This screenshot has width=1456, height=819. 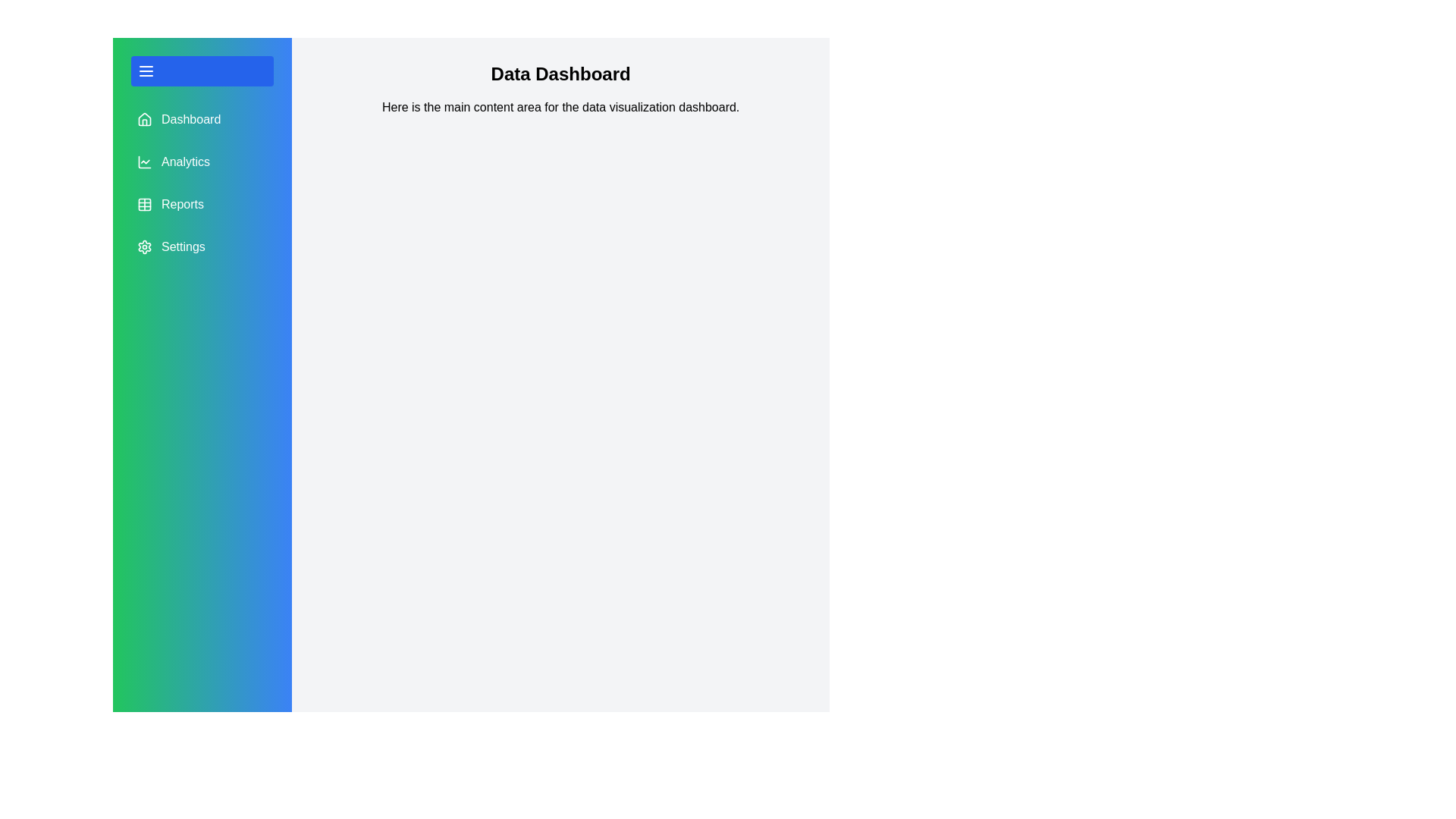 What do you see at coordinates (202, 205) in the screenshot?
I see `the menu item Reports in the side drawer` at bounding box center [202, 205].